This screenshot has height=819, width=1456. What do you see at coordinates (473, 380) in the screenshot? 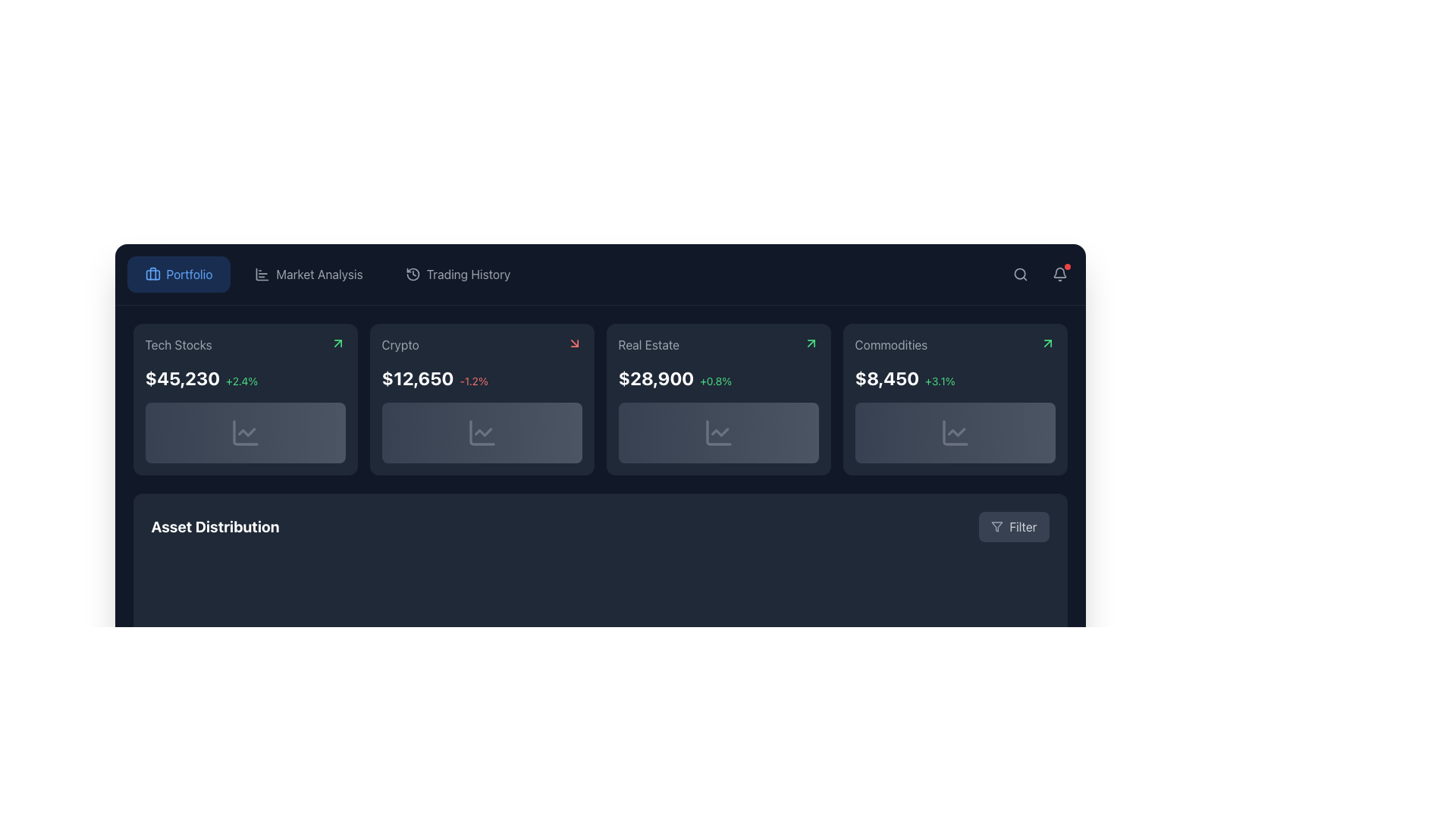
I see `the text label indicating the percentage change associated with the value '$12,650', located to the right of it in the second tile of the grid layout under the 'Crypto' heading` at bounding box center [473, 380].